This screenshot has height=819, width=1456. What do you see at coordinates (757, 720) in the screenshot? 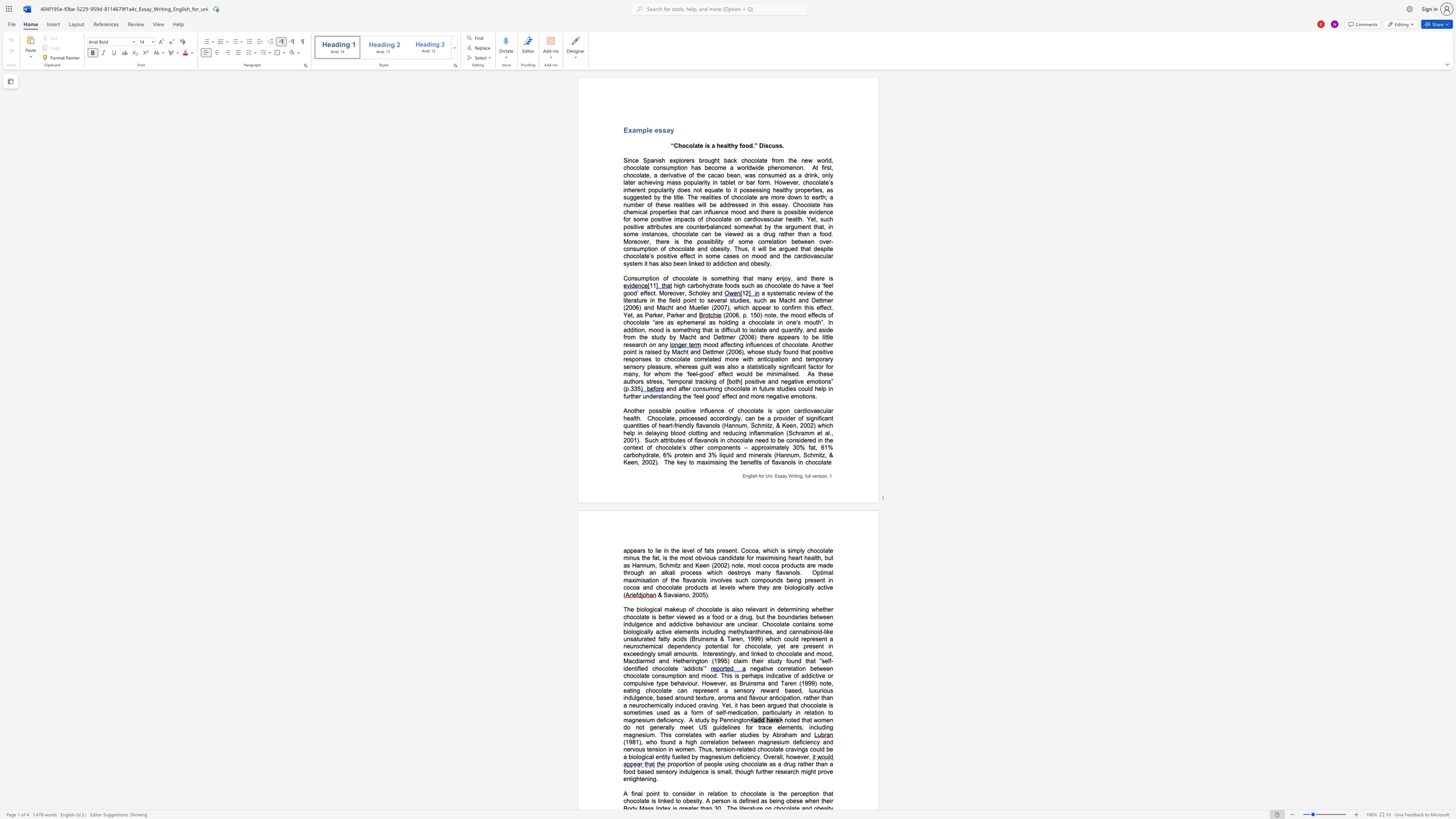
I see `the subset text "dd her" within the text "<add here>"` at bounding box center [757, 720].